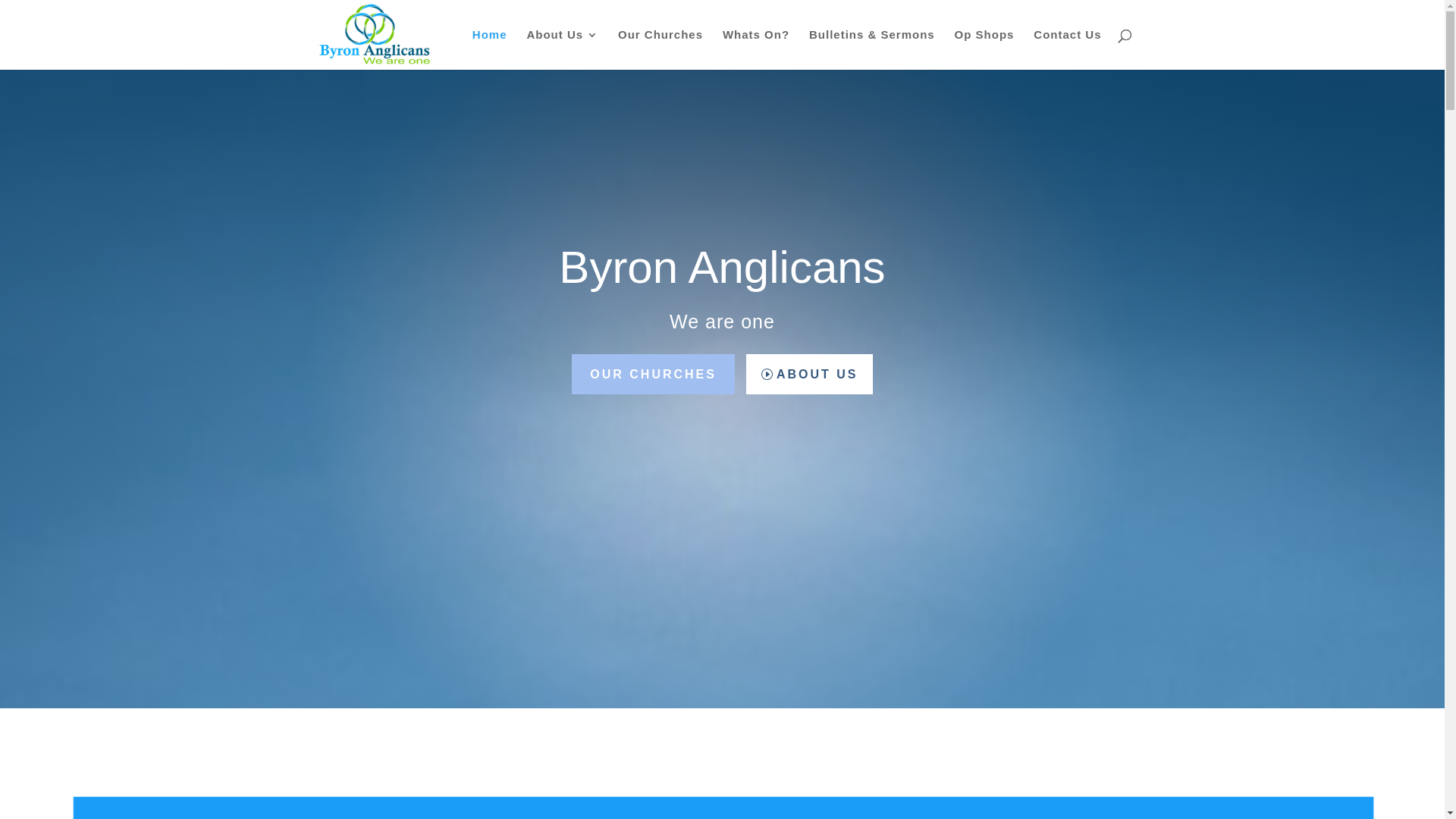  What do you see at coordinates (953, 49) in the screenshot?
I see `'Op Shops'` at bounding box center [953, 49].